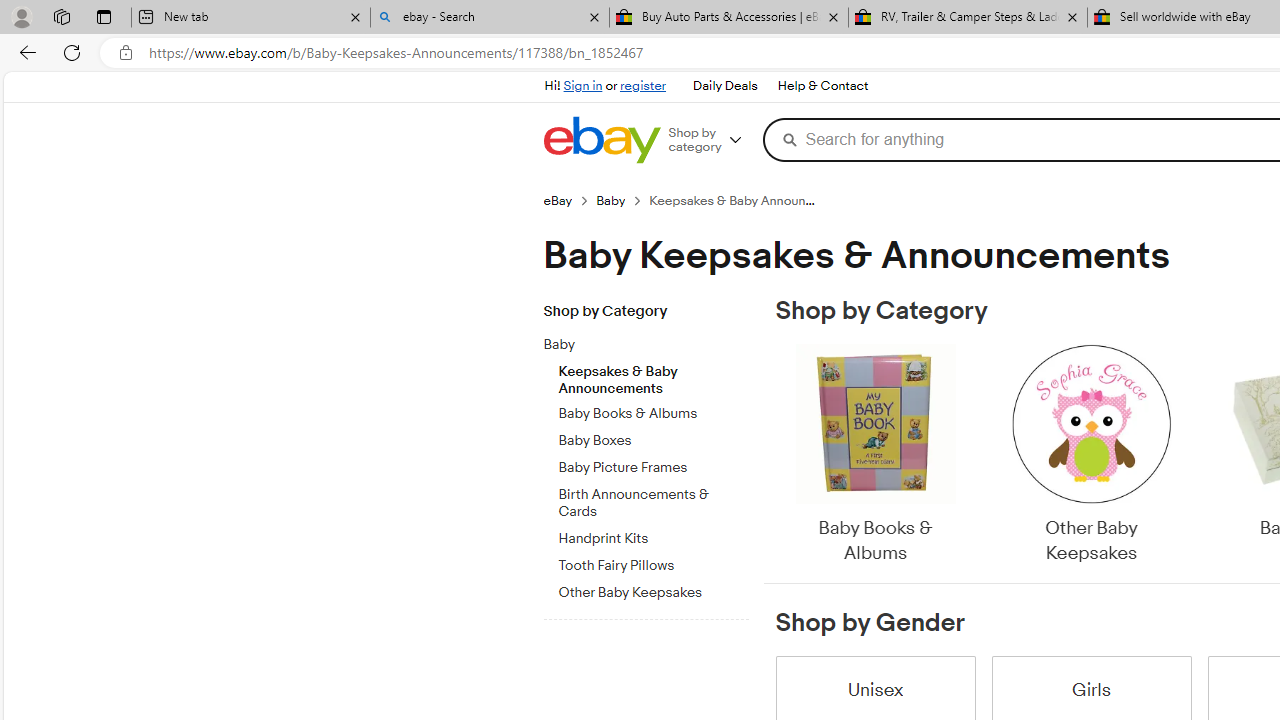  I want to click on 'Handprint Kits', so click(653, 534).